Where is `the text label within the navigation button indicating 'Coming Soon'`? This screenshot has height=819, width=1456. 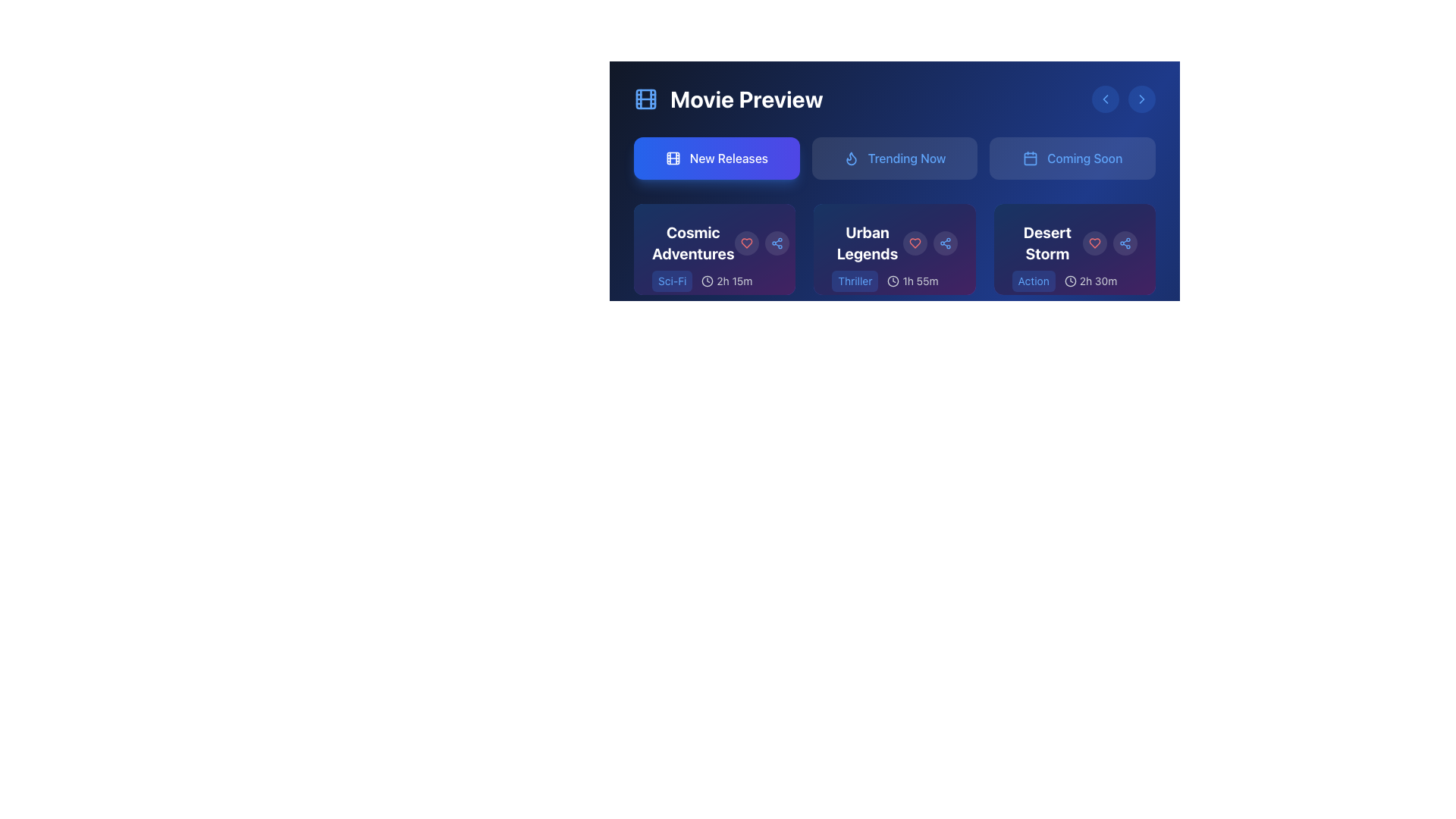 the text label within the navigation button indicating 'Coming Soon' is located at coordinates (1084, 158).